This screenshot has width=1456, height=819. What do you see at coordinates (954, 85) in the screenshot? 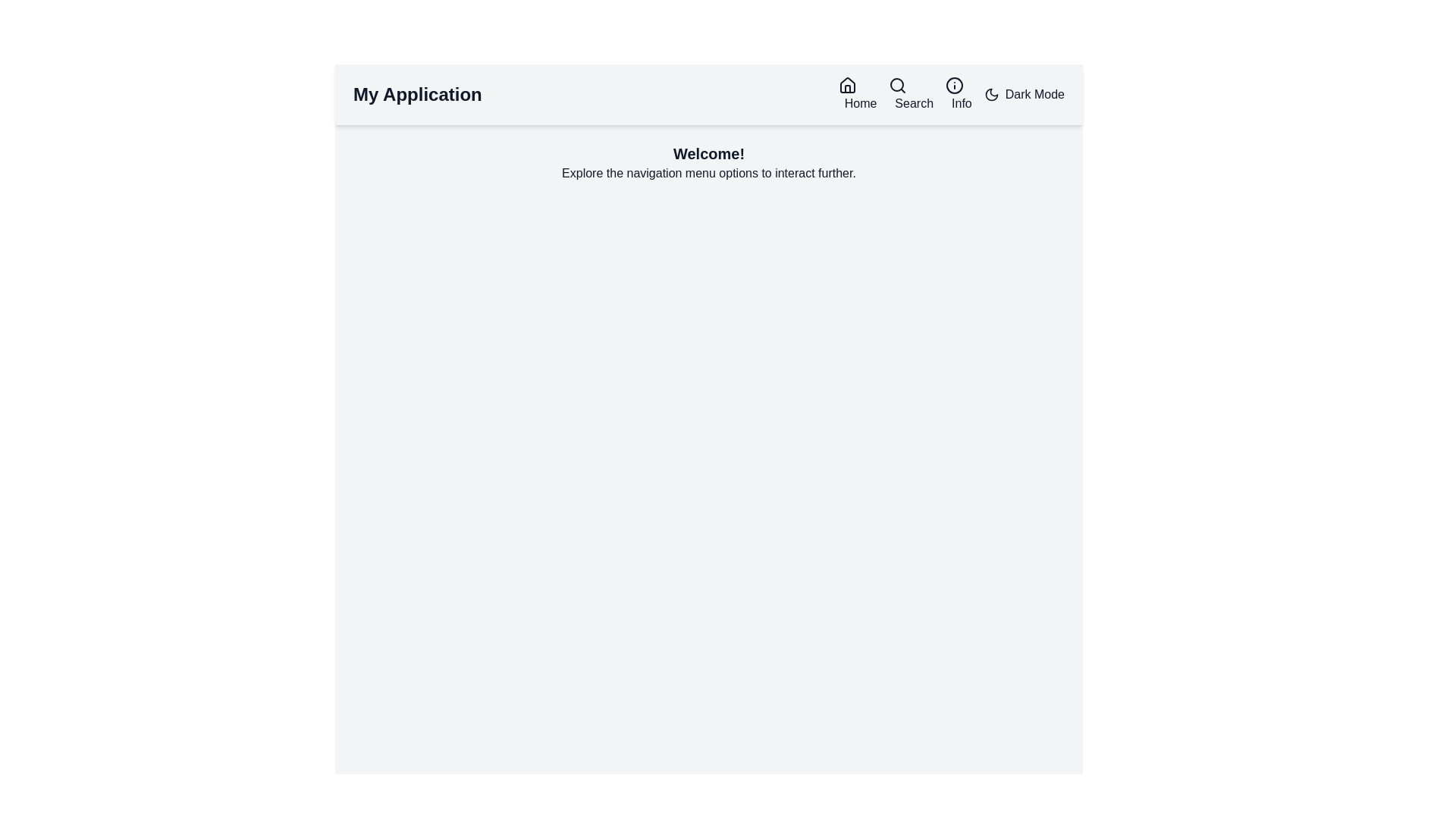
I see `the informational icon located in the top navigation bar, which is positioned to the right of the 'Search' icon and to the left of the 'Dark Mode' toggle` at bounding box center [954, 85].